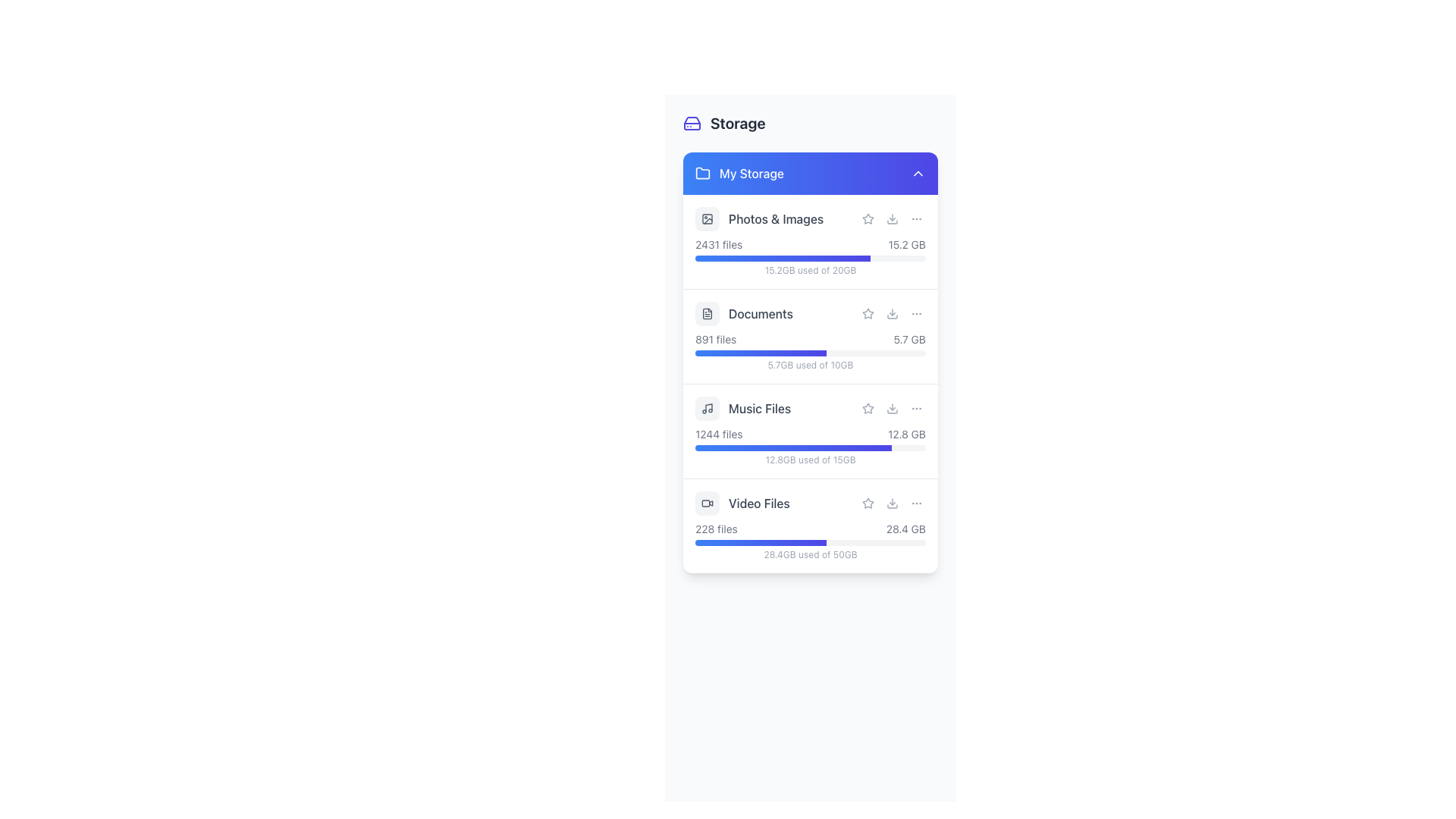 Image resolution: width=1456 pixels, height=819 pixels. I want to click on storage details from the Information display with a progress bar indicating storage usage located in the 'Photos & Images' section of 'My Storage', so click(810, 256).